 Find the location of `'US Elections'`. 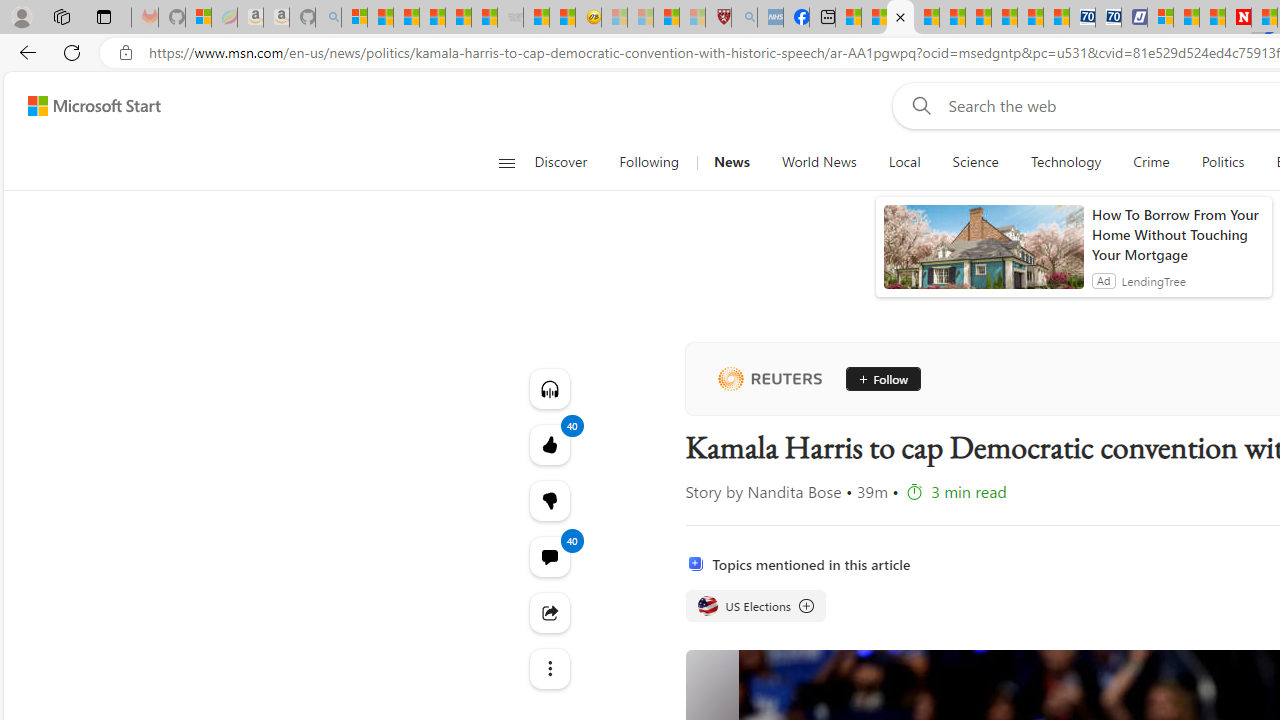

'US Elections' is located at coordinates (707, 605).